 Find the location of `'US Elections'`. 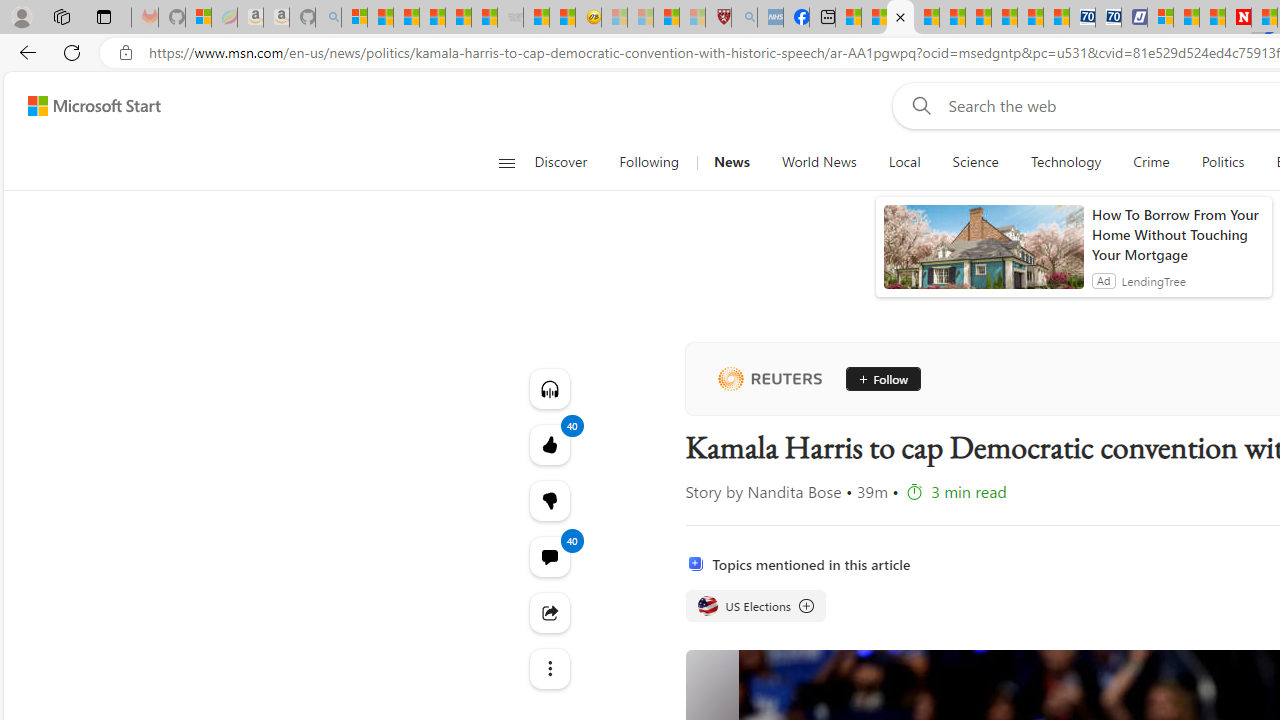

'US Elections' is located at coordinates (707, 605).